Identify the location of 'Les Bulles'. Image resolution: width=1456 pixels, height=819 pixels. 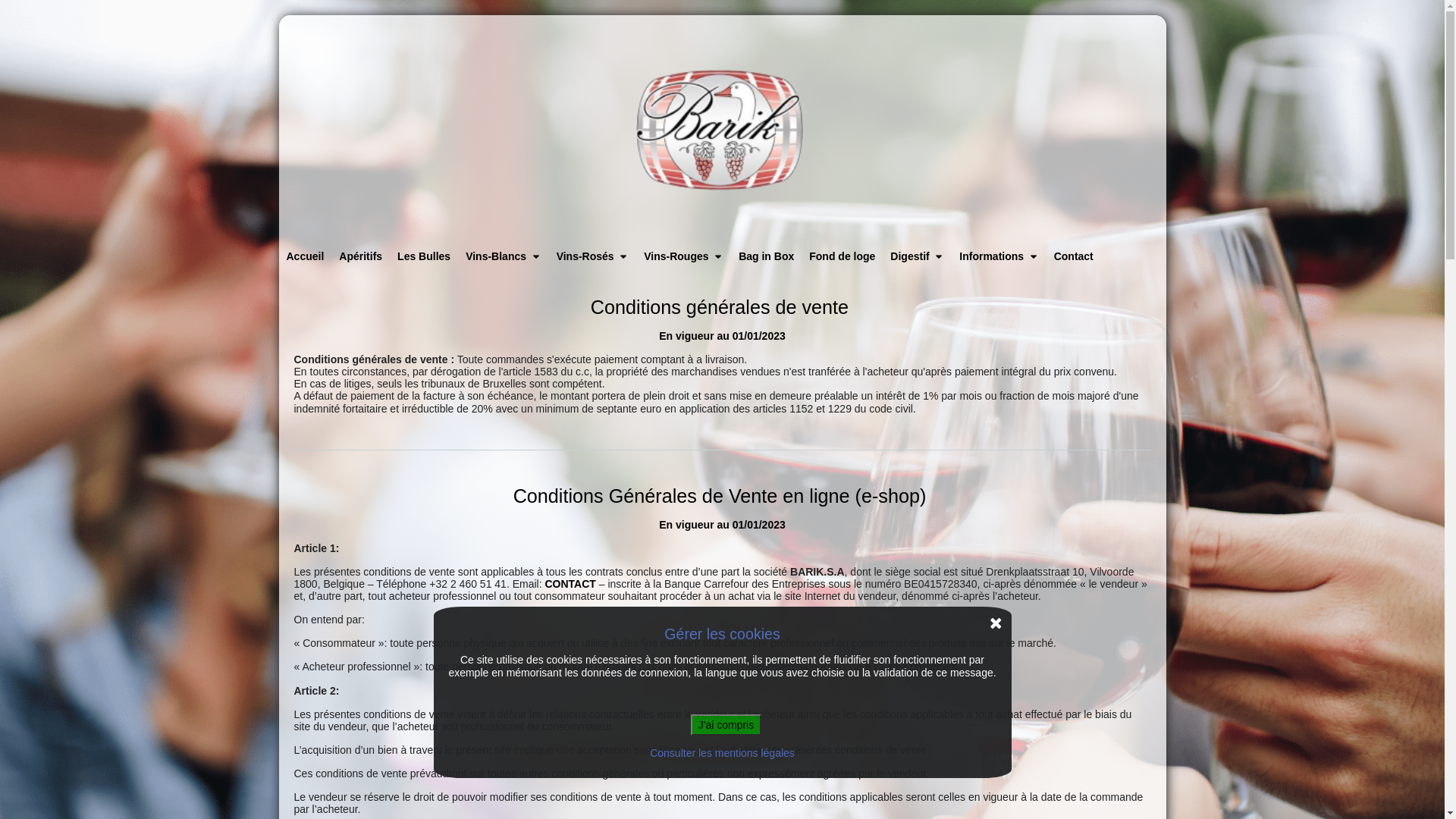
(423, 256).